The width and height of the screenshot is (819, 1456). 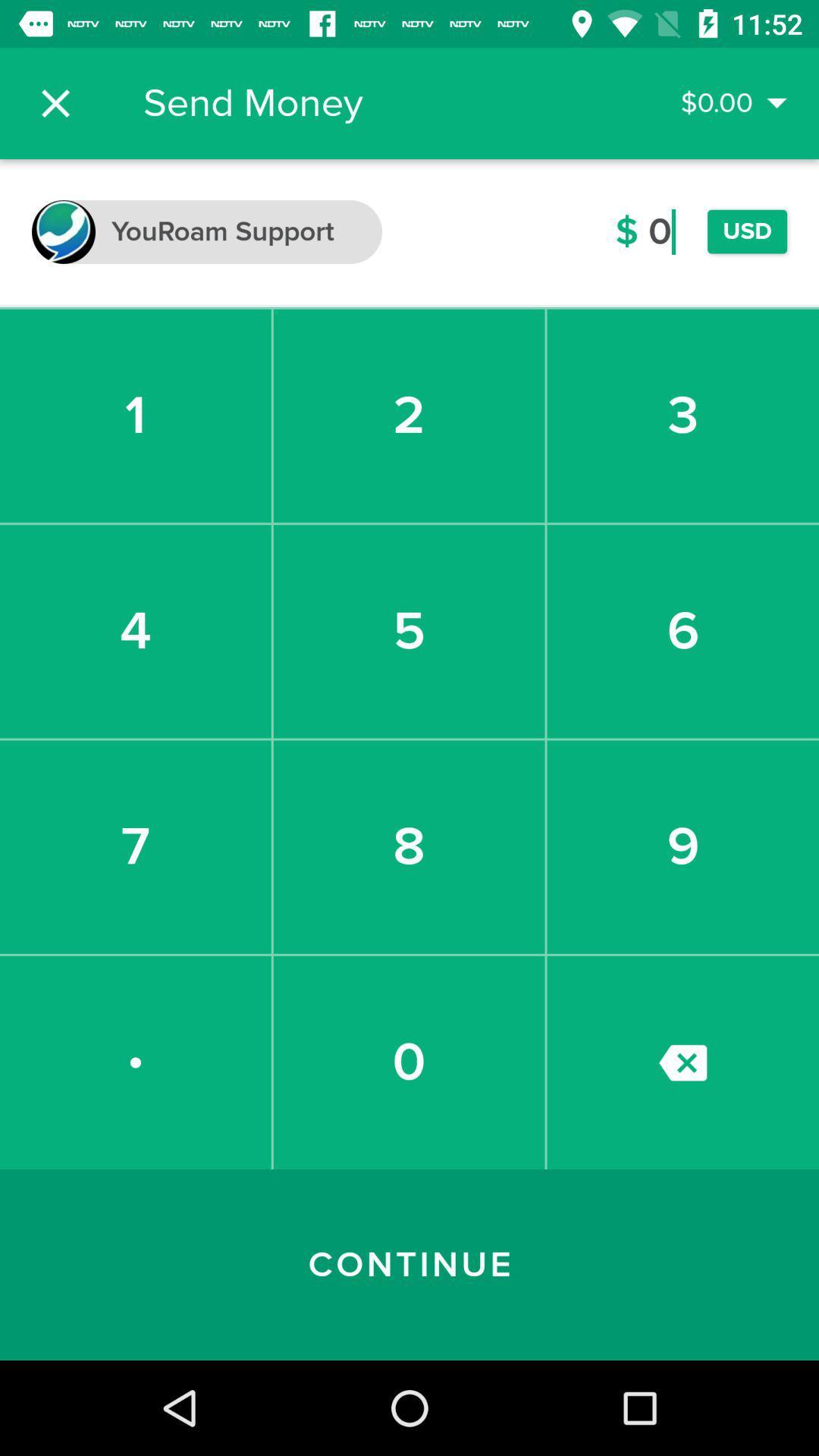 What do you see at coordinates (682, 631) in the screenshot?
I see `the 6 item` at bounding box center [682, 631].